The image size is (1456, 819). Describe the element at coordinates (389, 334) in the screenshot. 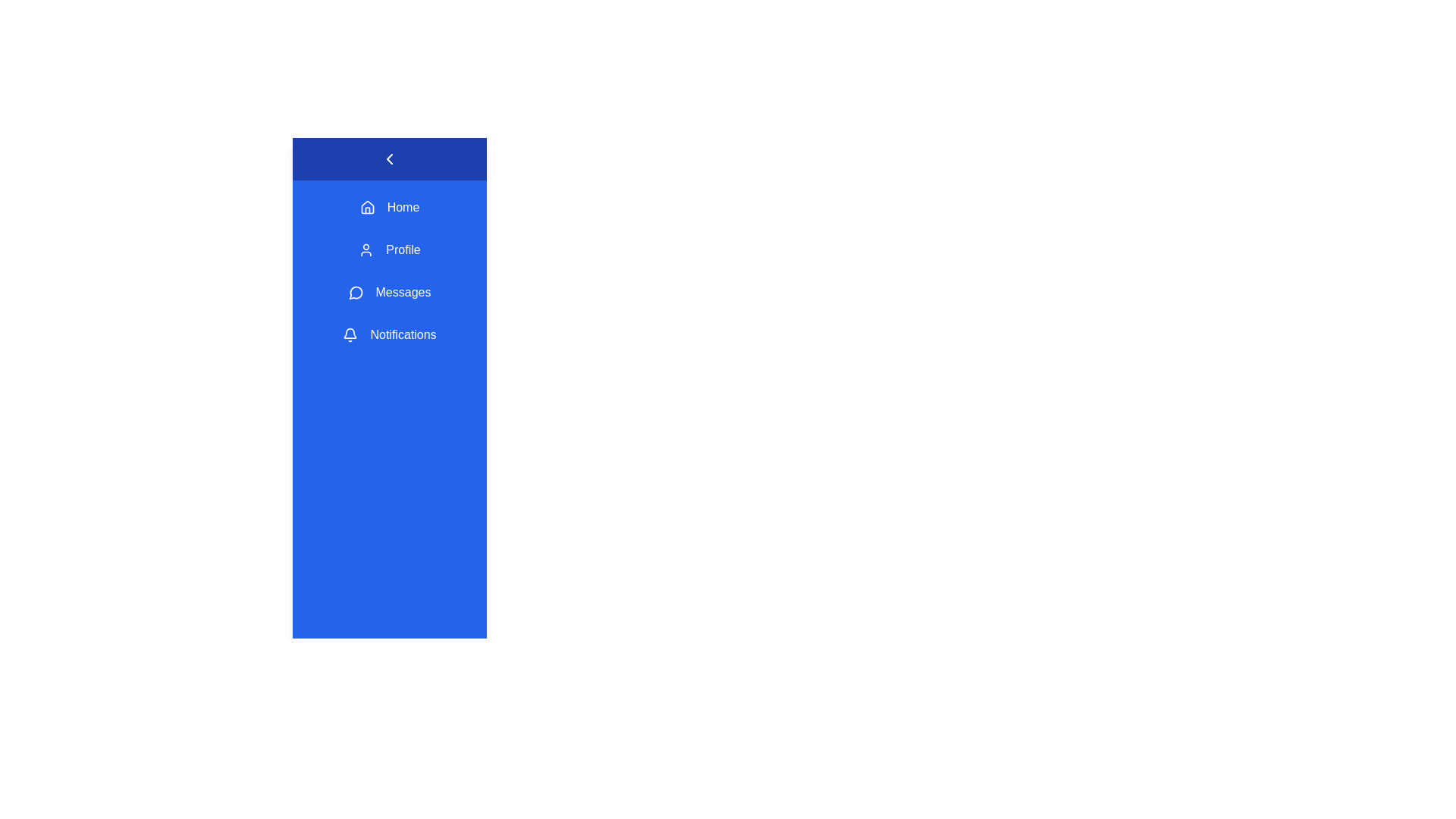

I see `the menu item Notifications from the sidebar navigation` at that location.